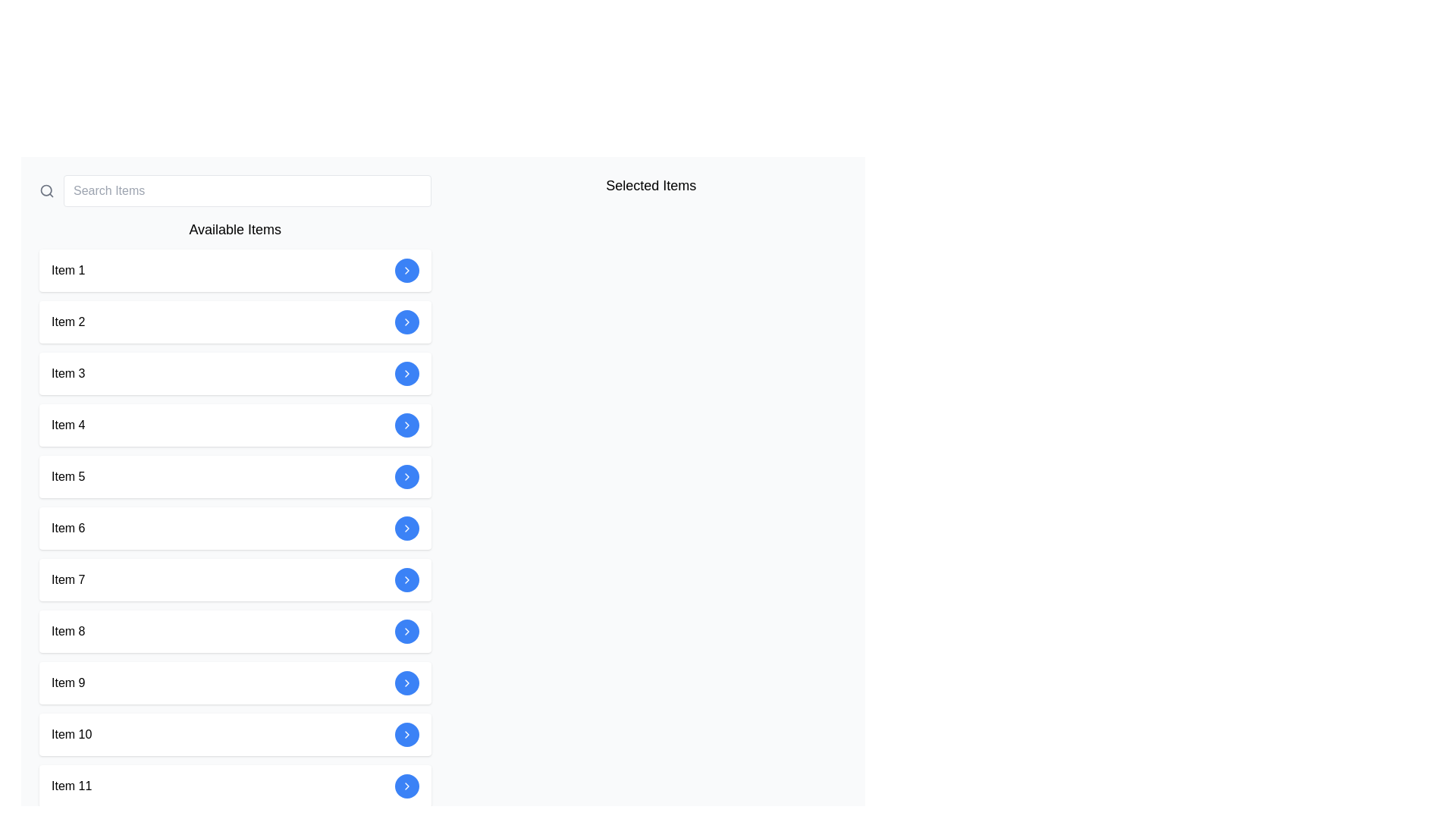 The height and width of the screenshot is (819, 1456). I want to click on the text label displaying 'Item 3' located under the 'Available Items' header in the left panel, so click(67, 374).